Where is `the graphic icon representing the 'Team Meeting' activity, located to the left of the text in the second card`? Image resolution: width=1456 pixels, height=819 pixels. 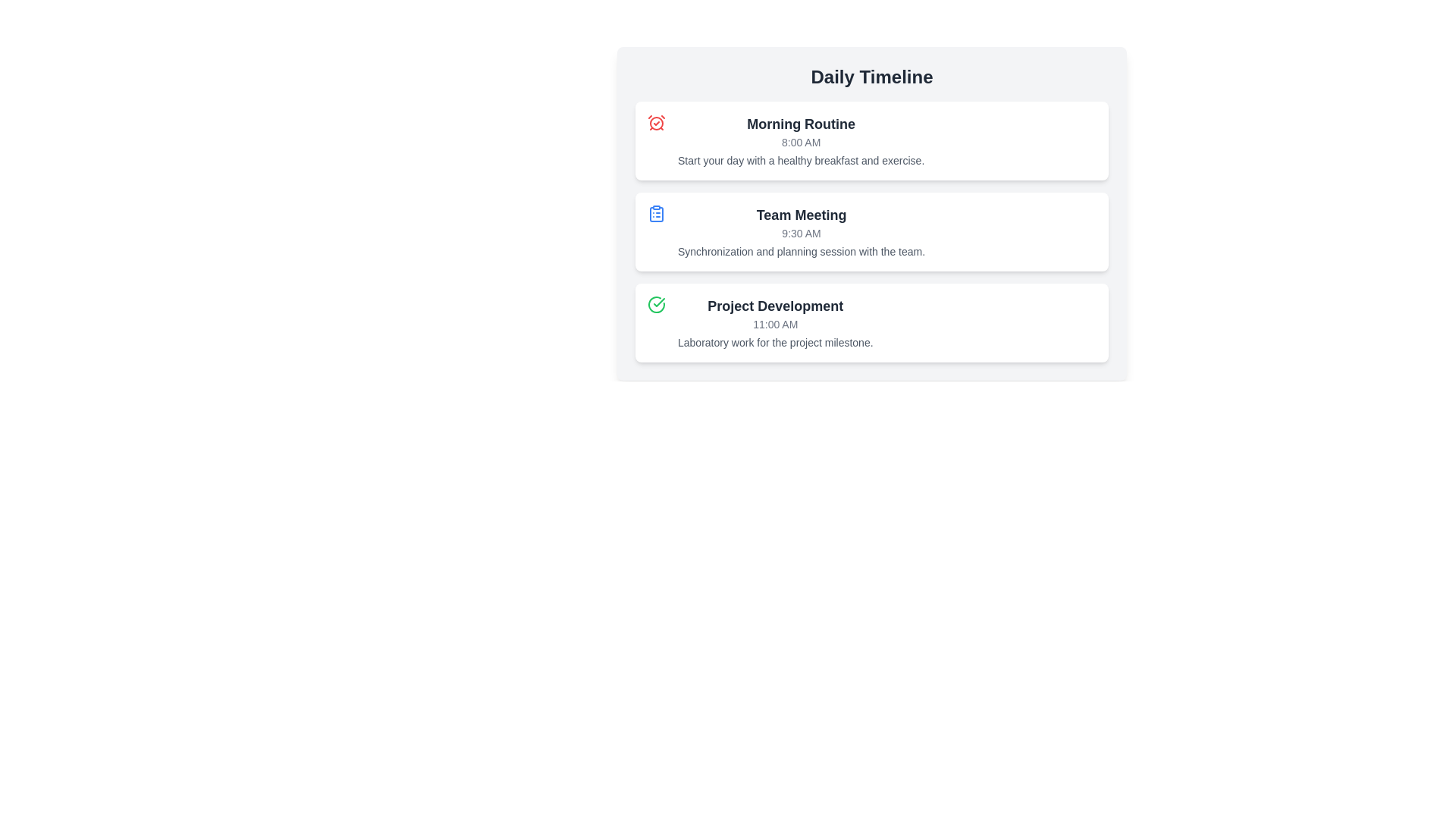 the graphic icon representing the 'Team Meeting' activity, located to the left of the text in the second card is located at coordinates (656, 213).